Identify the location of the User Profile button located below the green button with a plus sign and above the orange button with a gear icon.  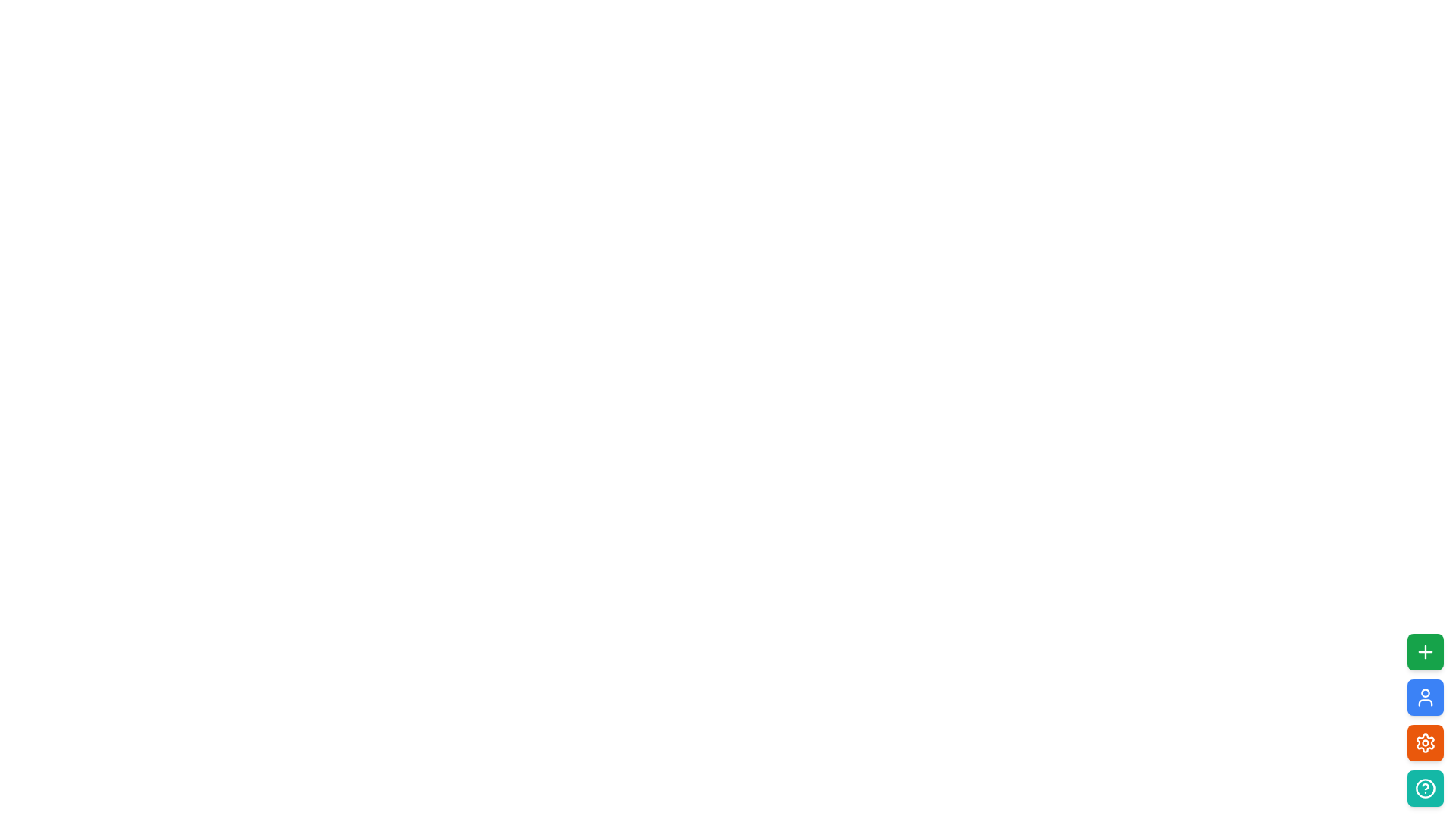
(1425, 698).